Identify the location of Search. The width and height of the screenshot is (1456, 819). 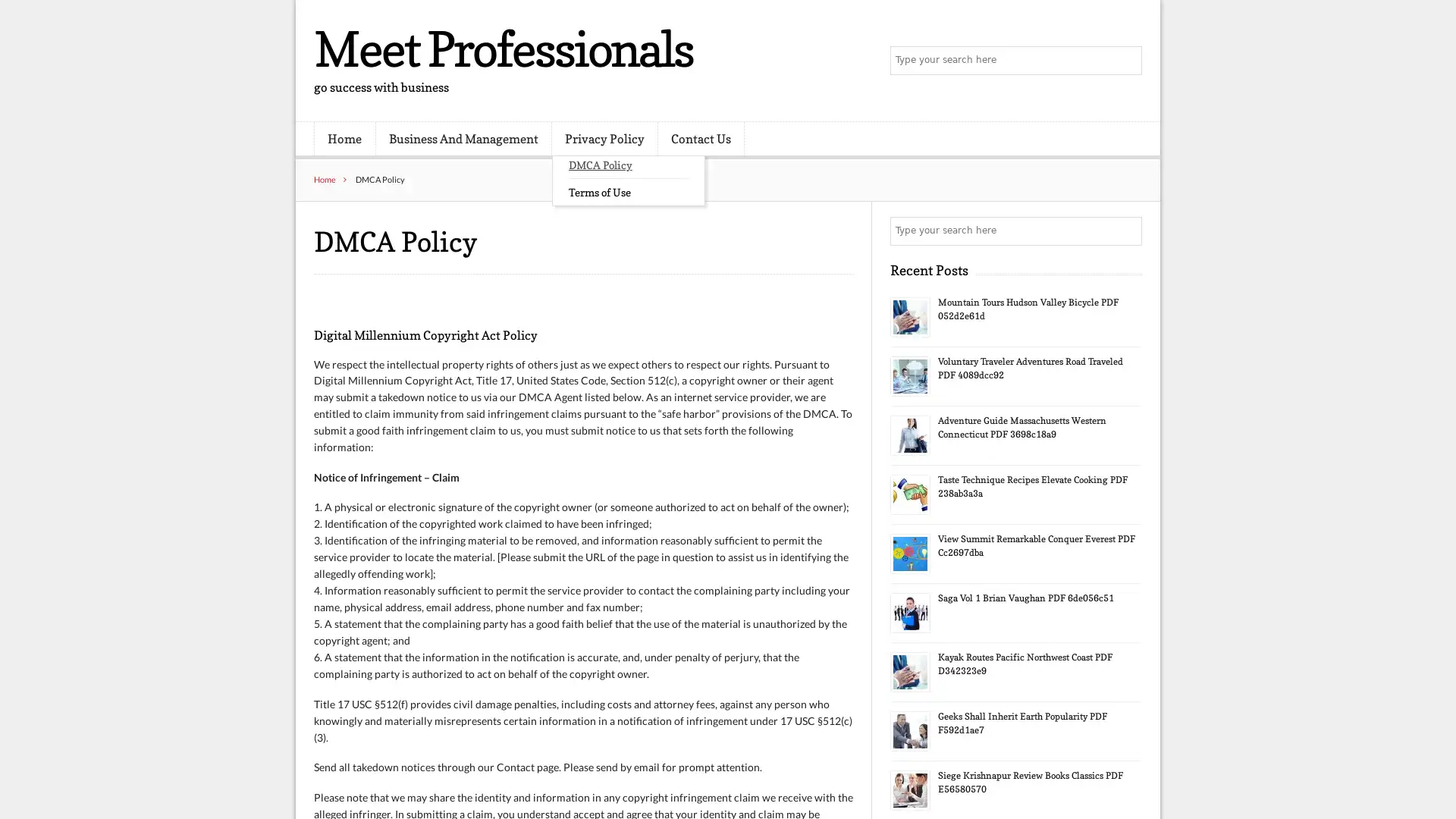
(1126, 61).